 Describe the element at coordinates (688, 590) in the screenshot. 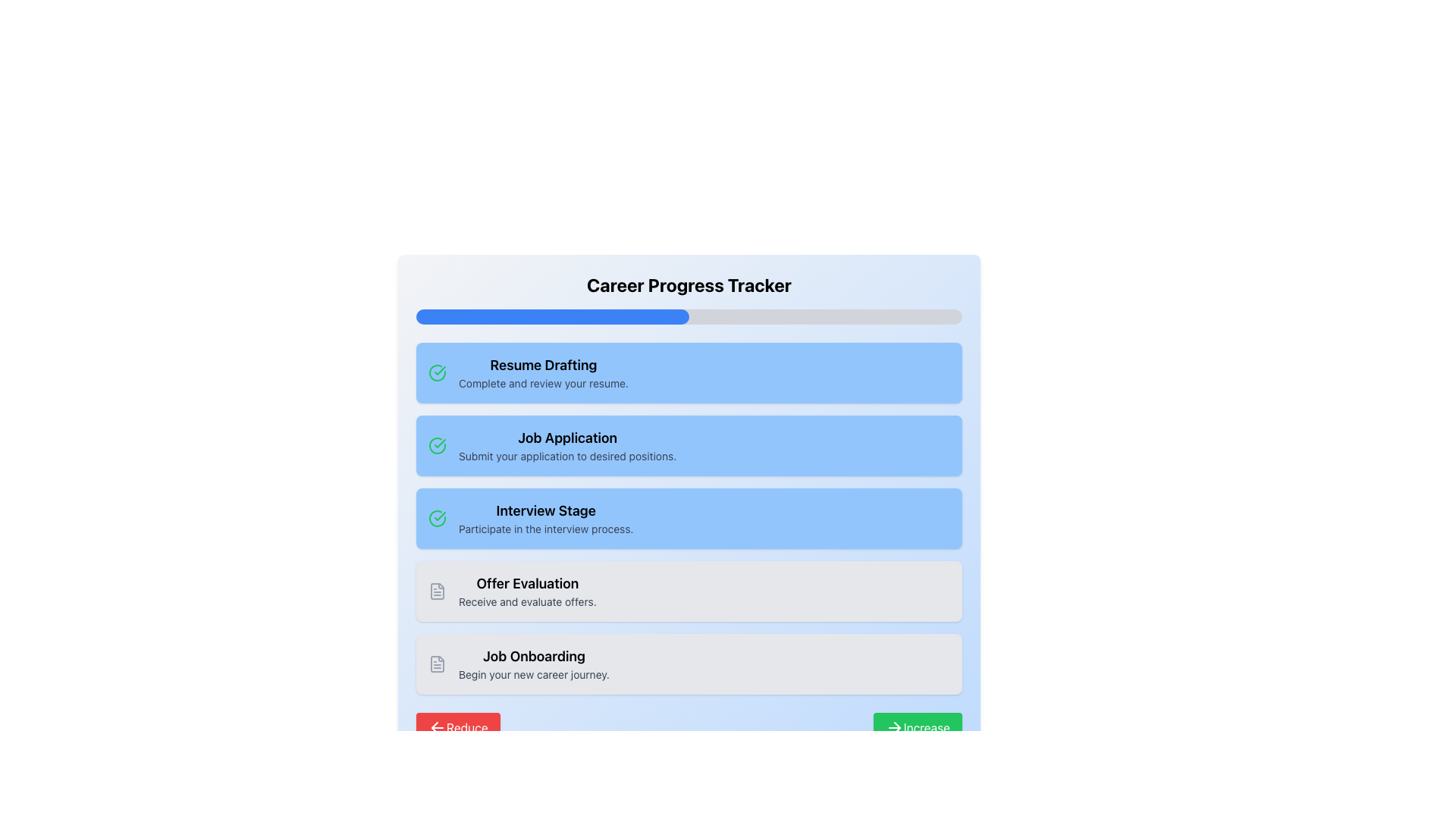

I see `the 'Offer Evaluation' informational panel to possibly navigate to more details about this step in the process tracker` at that location.